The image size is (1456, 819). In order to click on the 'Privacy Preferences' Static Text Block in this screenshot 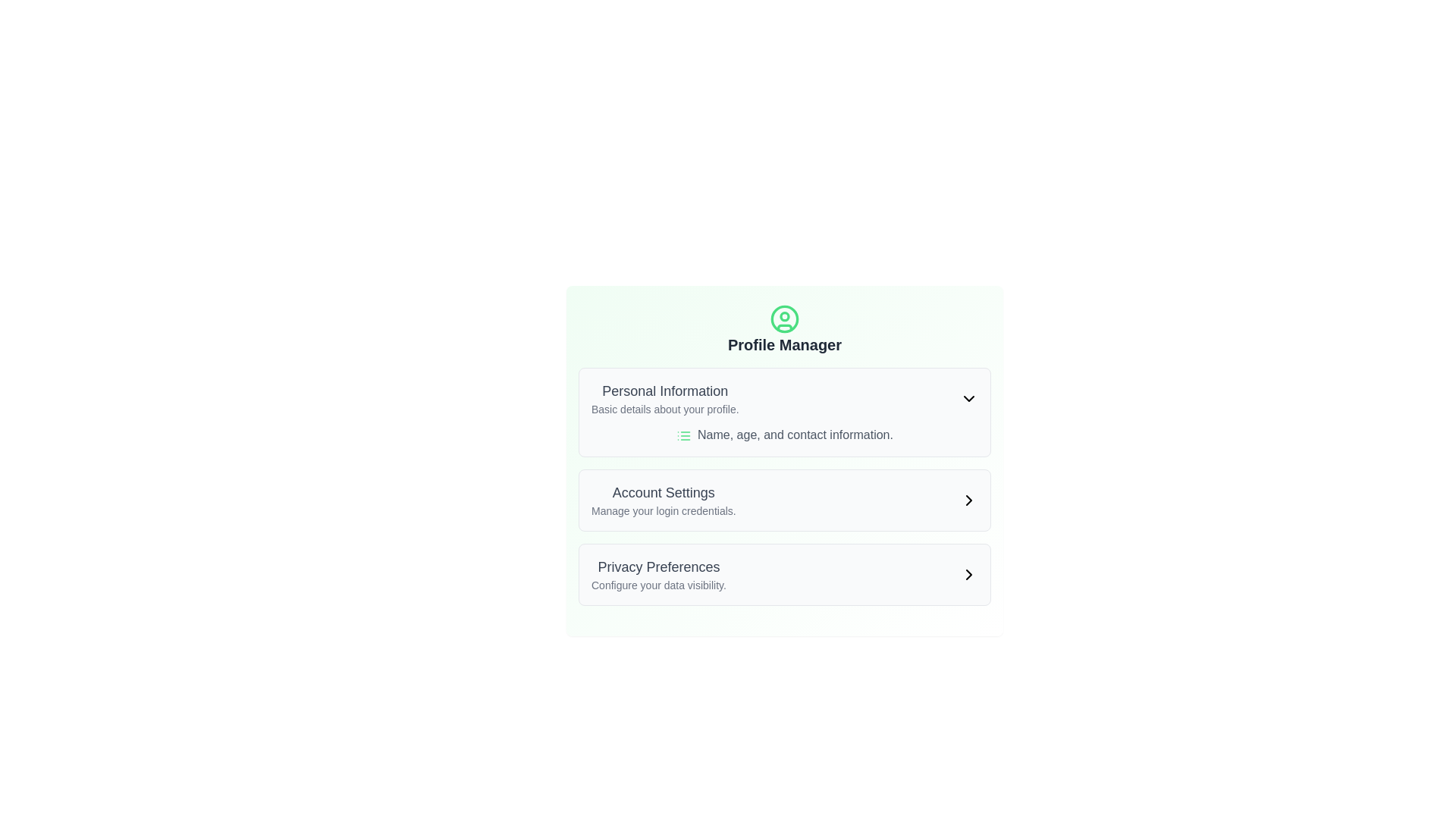, I will do `click(658, 575)`.